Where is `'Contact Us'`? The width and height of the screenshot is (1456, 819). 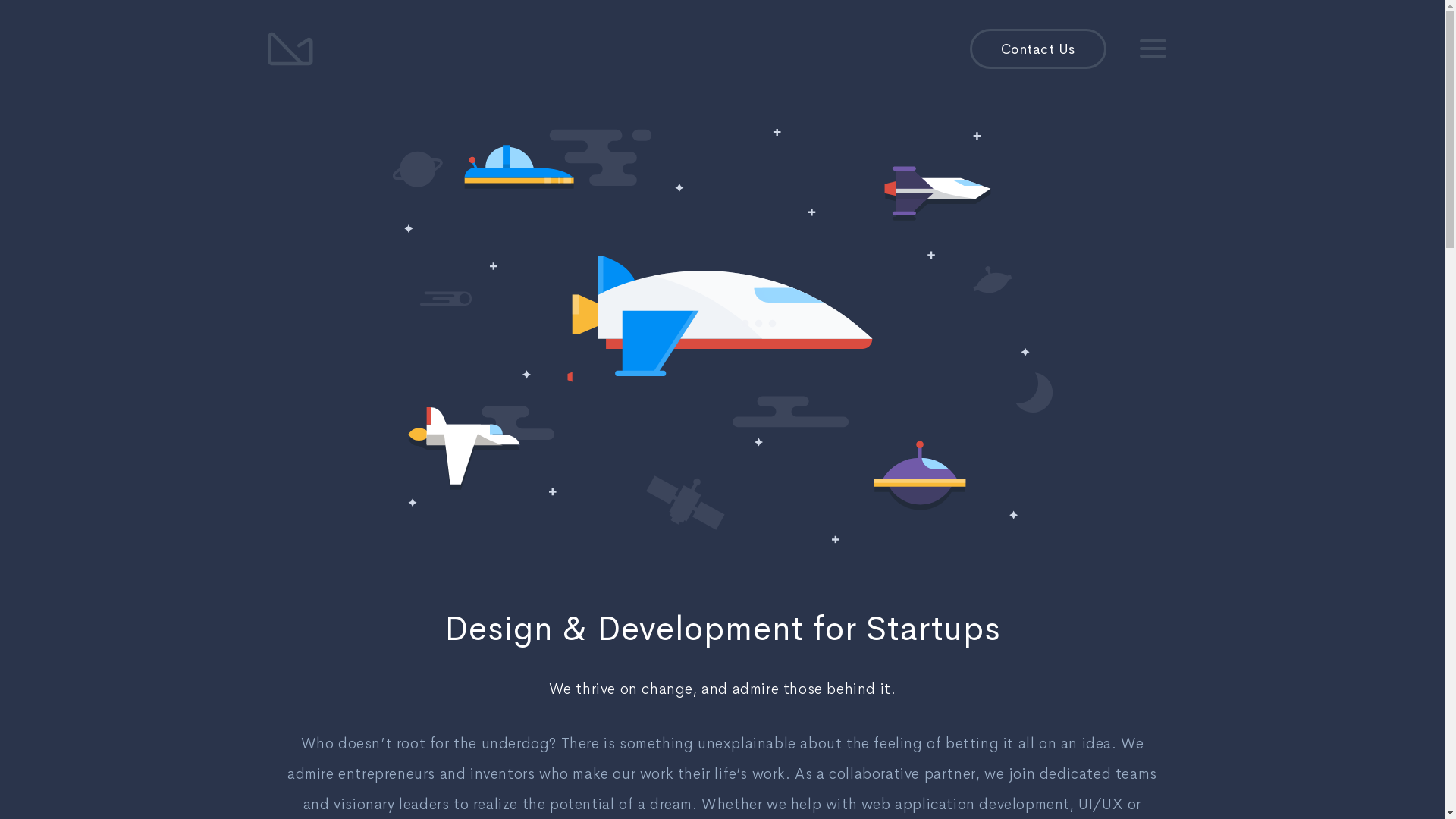 'Contact Us' is located at coordinates (1037, 49).